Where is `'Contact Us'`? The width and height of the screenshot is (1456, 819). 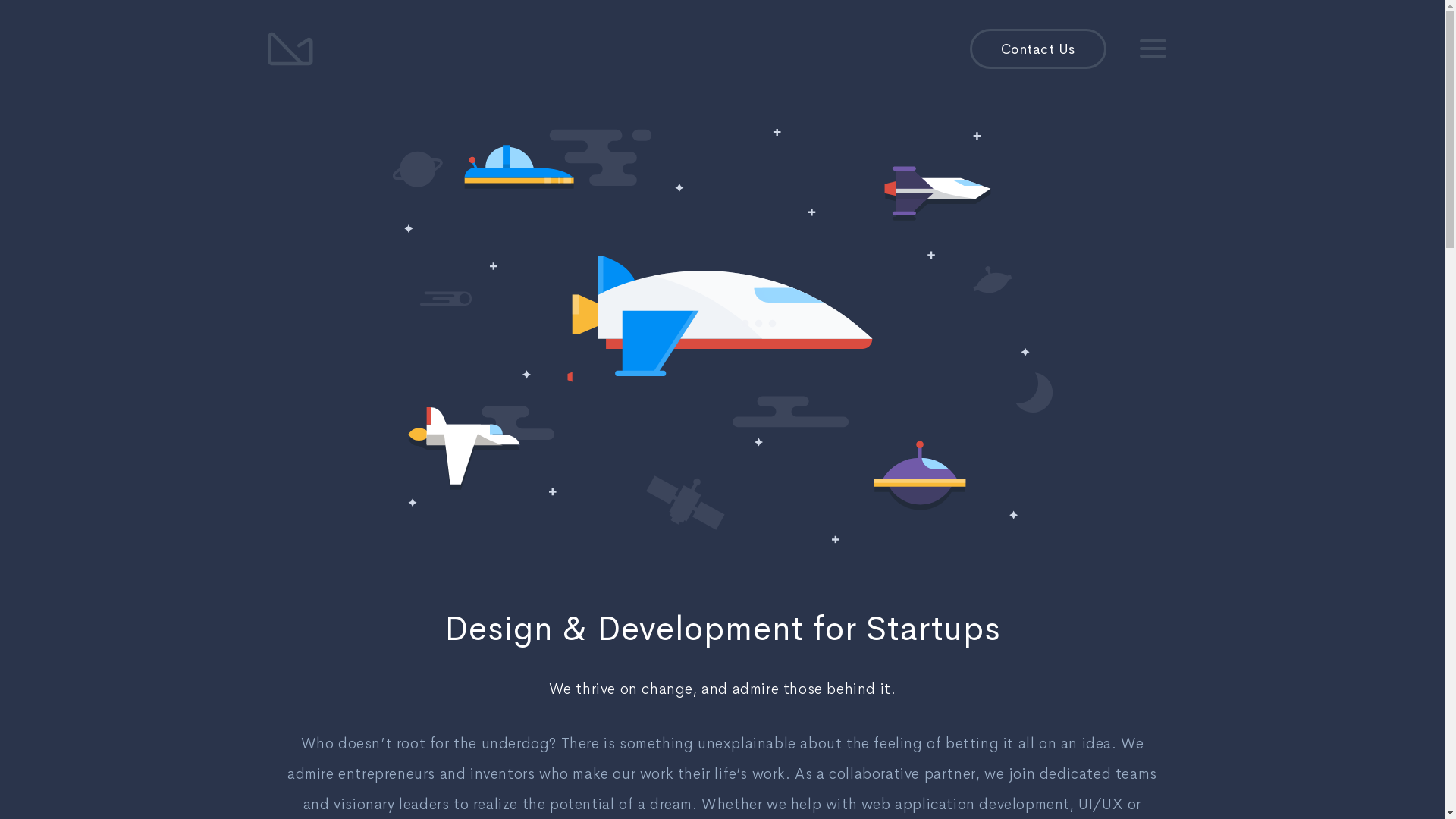 'Contact Us' is located at coordinates (1037, 49).